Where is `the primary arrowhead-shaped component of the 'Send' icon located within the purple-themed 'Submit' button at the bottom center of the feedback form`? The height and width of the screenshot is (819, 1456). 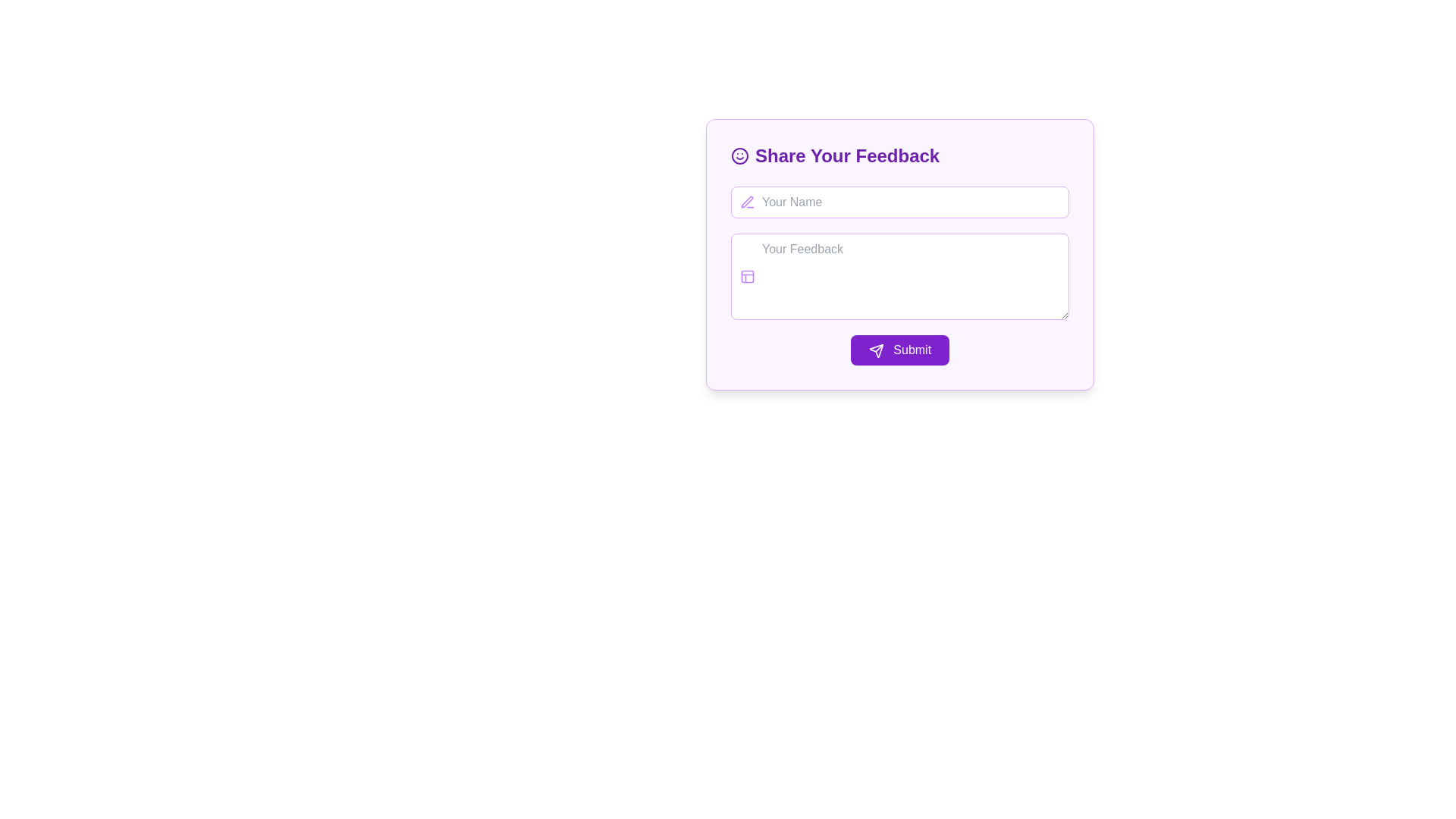
the primary arrowhead-shaped component of the 'Send' icon located within the purple-themed 'Submit' button at the bottom center of the feedback form is located at coordinates (876, 350).